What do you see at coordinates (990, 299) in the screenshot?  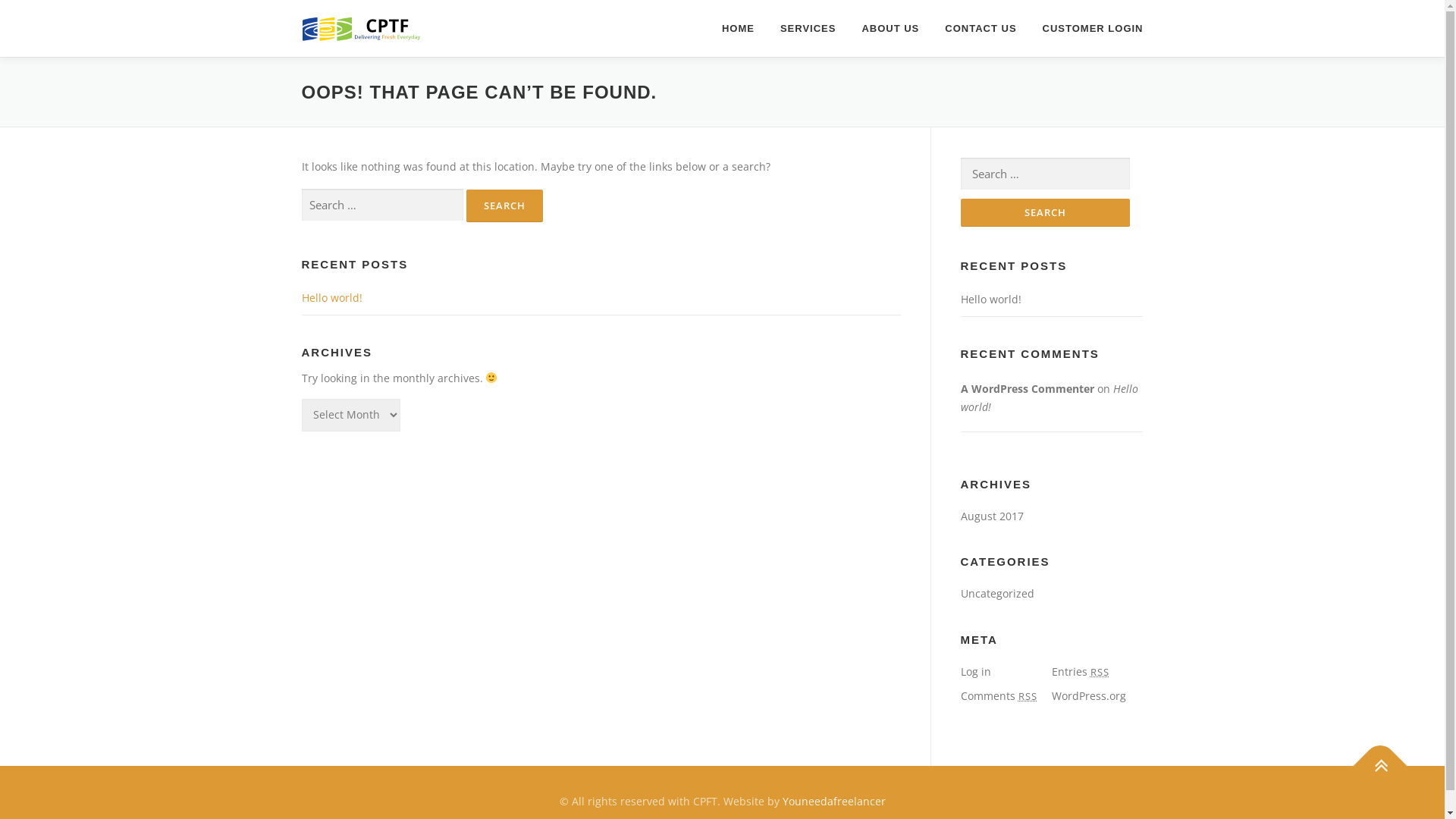 I see `'Hello world!'` at bounding box center [990, 299].